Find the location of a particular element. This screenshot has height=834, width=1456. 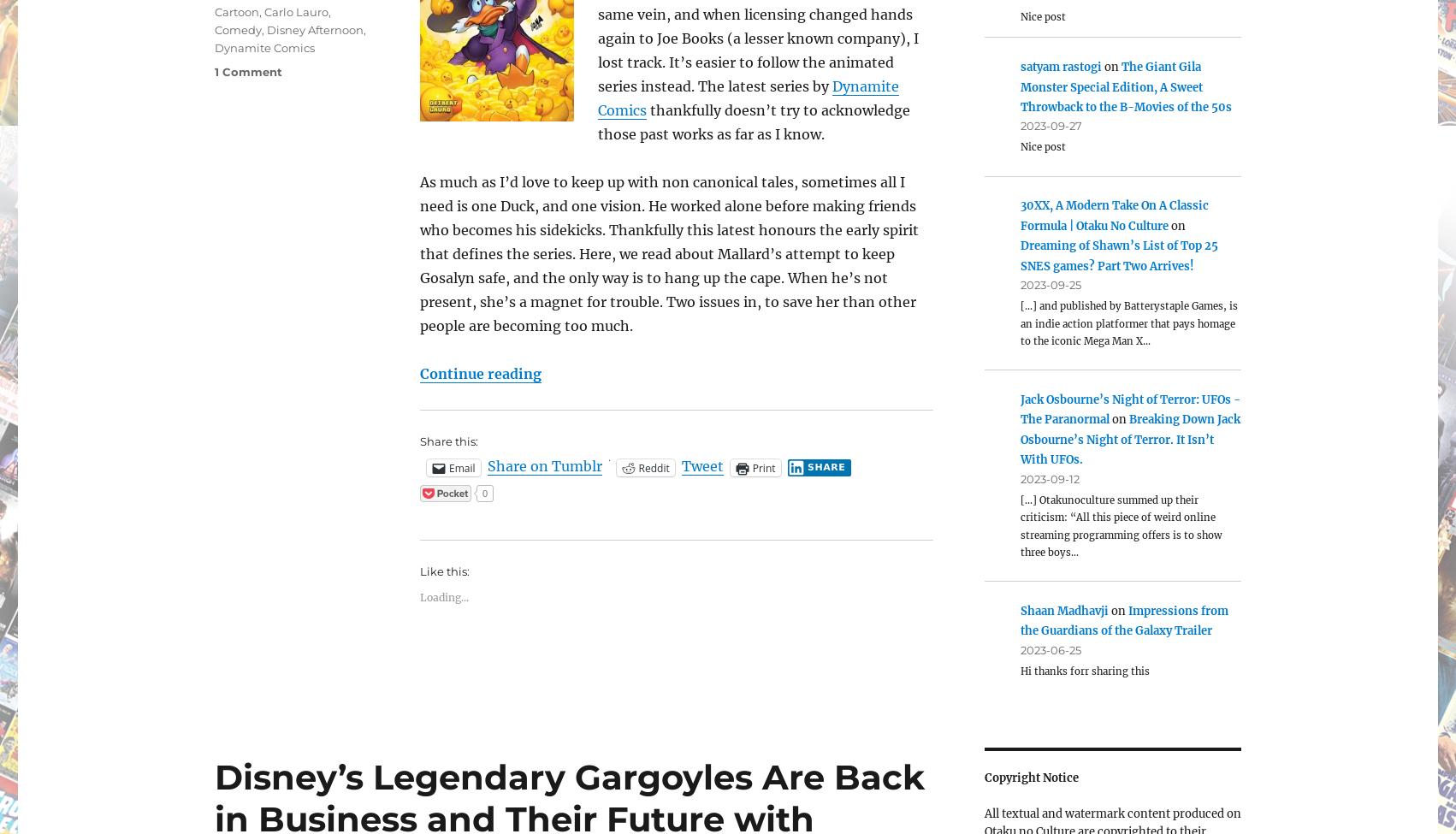

'satyam rastogi' is located at coordinates (1061, 67).